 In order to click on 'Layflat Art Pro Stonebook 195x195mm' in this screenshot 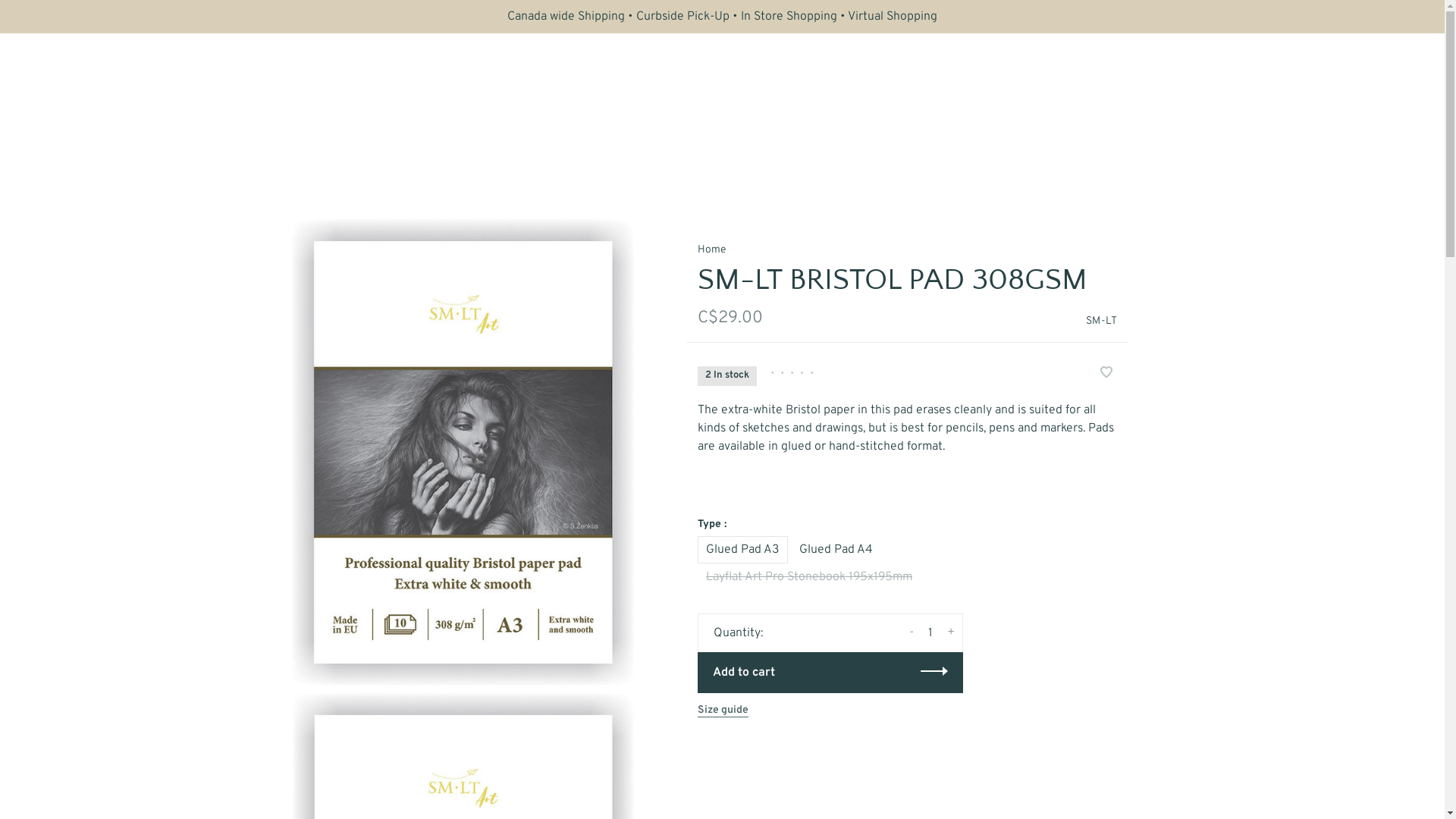, I will do `click(808, 576)`.